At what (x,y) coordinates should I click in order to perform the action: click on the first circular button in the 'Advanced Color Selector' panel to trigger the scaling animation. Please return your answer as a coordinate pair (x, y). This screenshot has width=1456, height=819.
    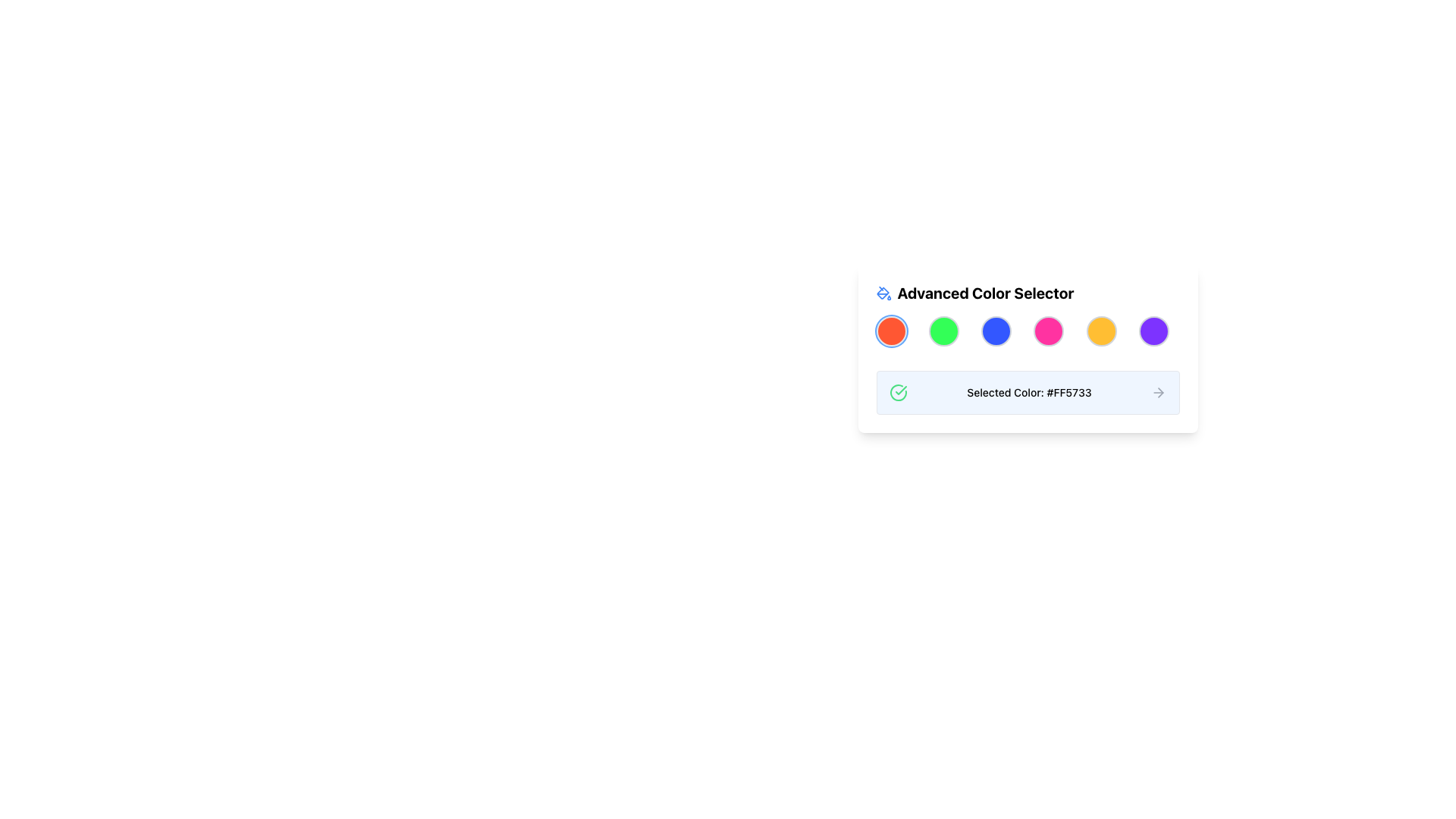
    Looking at the image, I should click on (891, 330).